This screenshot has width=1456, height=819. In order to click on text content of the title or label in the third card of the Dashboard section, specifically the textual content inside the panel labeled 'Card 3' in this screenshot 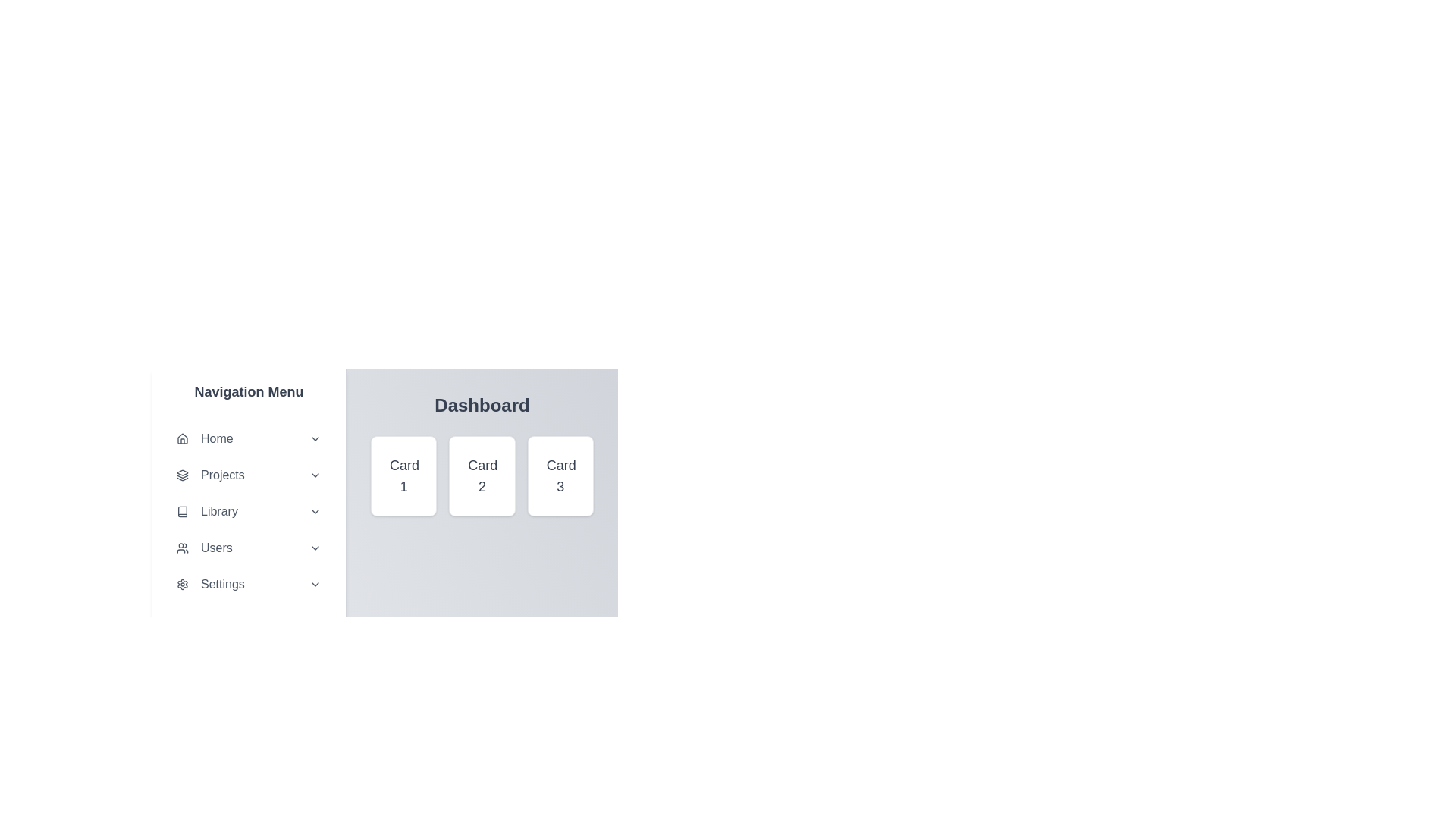, I will do `click(560, 475)`.